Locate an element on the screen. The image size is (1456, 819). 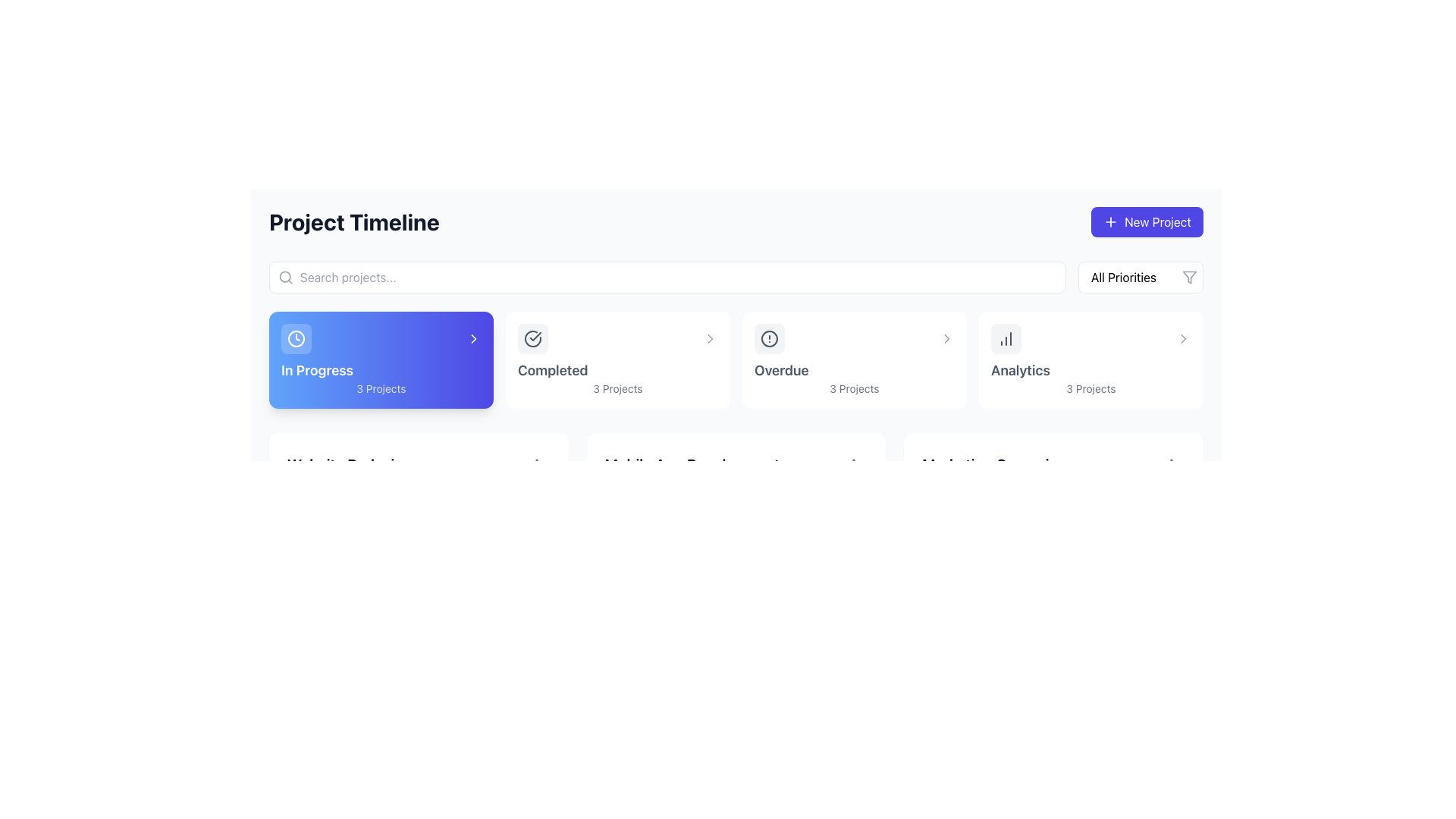
the circular checkmark icon located in the second card from the left under the 'Project Timeline' section is located at coordinates (532, 338).